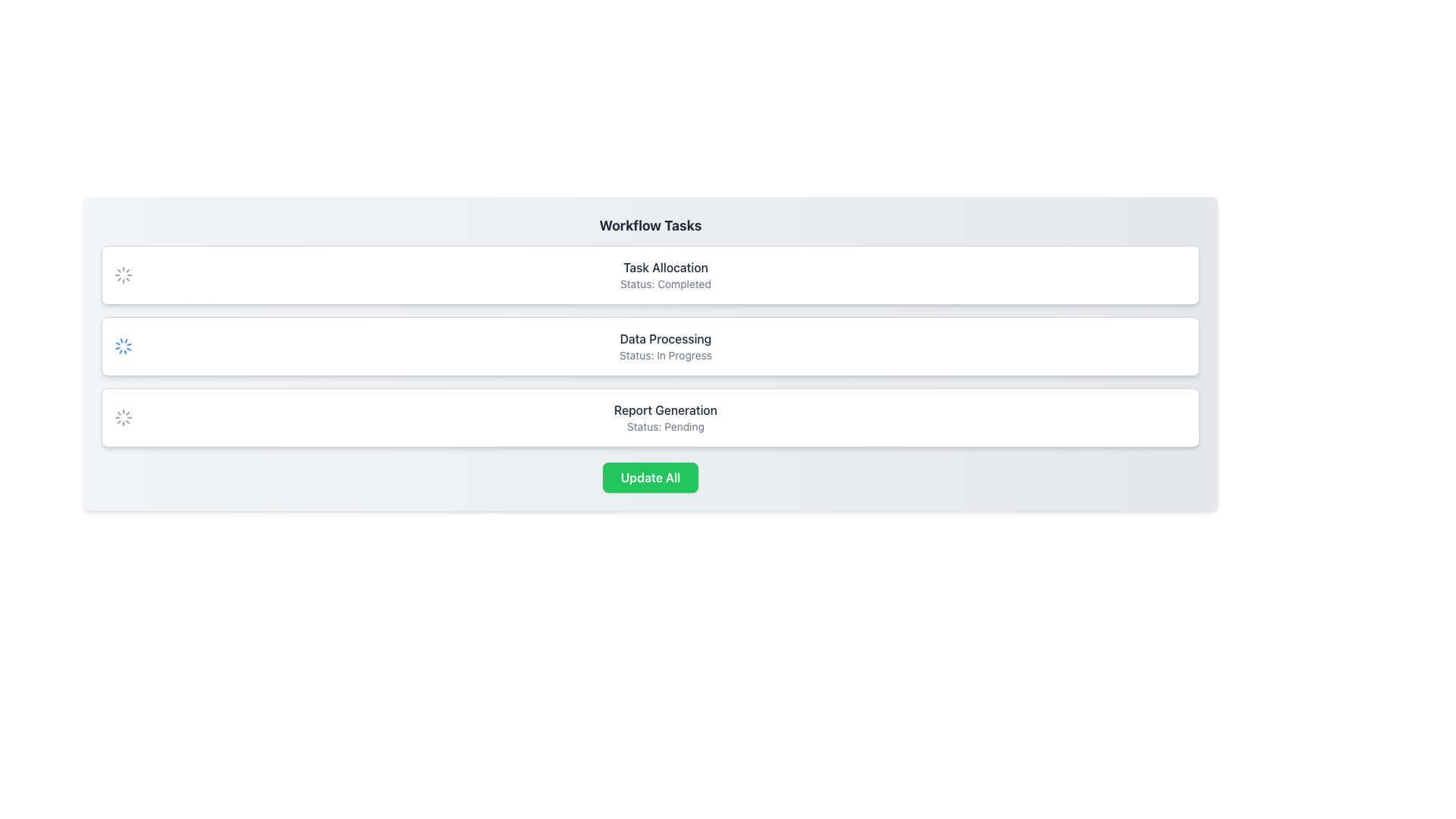 This screenshot has width=1456, height=819. I want to click on text displayed in the second text label indicating the current status of the task 'Data Processing', which is centrally aligned within its bordered section, so click(666, 356).